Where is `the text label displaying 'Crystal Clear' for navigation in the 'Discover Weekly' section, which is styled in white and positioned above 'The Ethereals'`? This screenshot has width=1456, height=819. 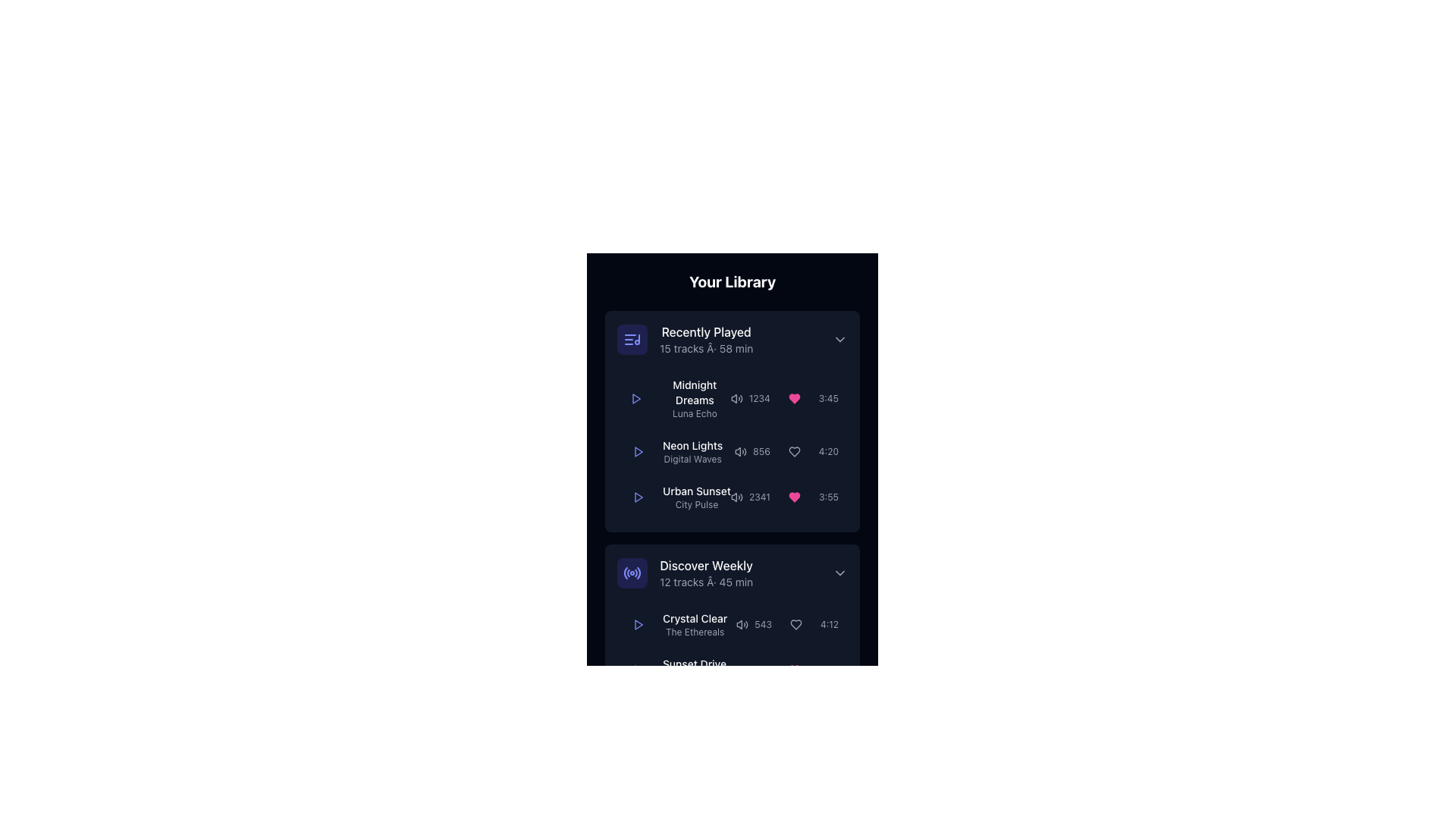 the text label displaying 'Crystal Clear' for navigation in the 'Discover Weekly' section, which is styled in white and positioned above 'The Ethereals' is located at coordinates (694, 619).